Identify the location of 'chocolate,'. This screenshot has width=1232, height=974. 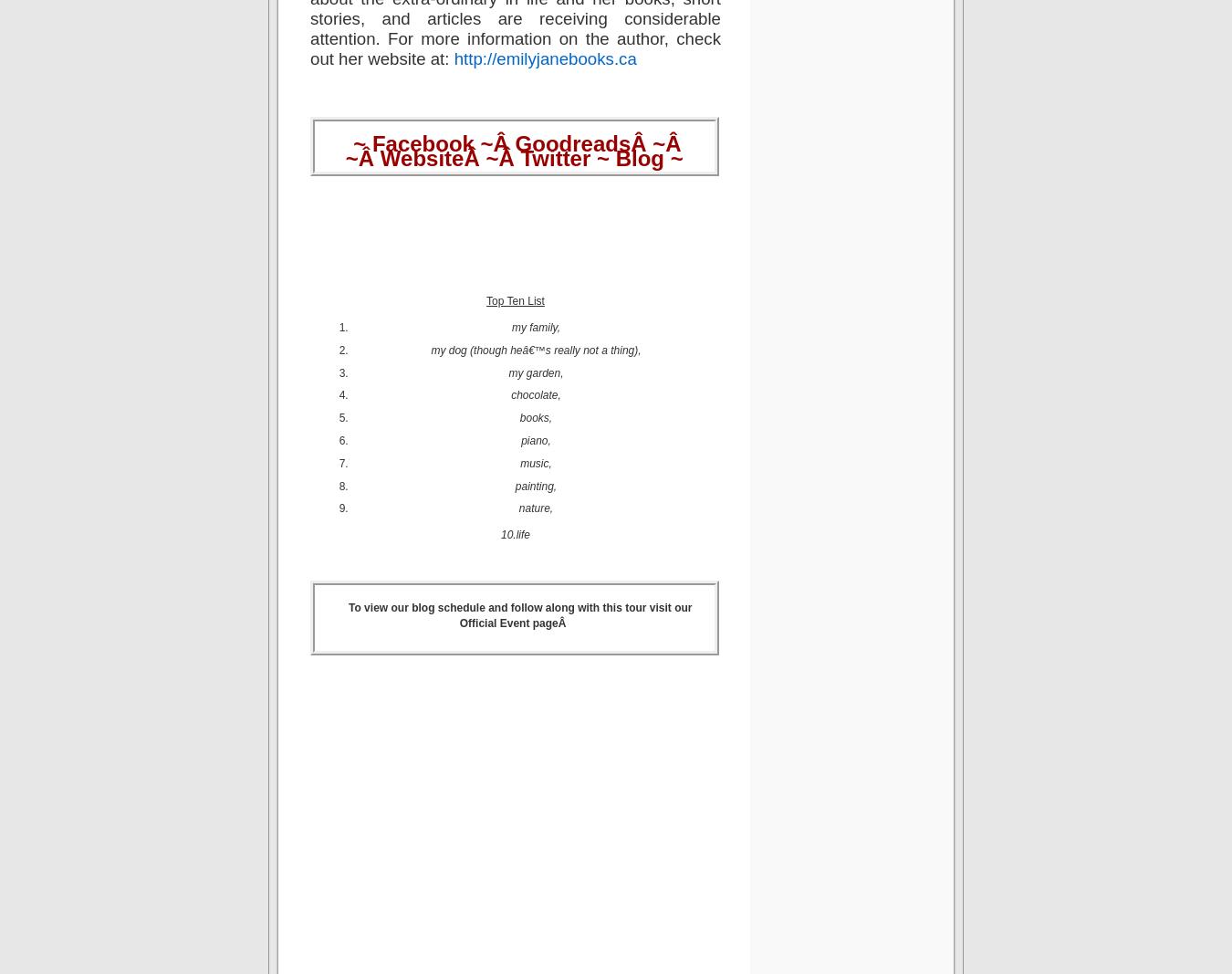
(535, 393).